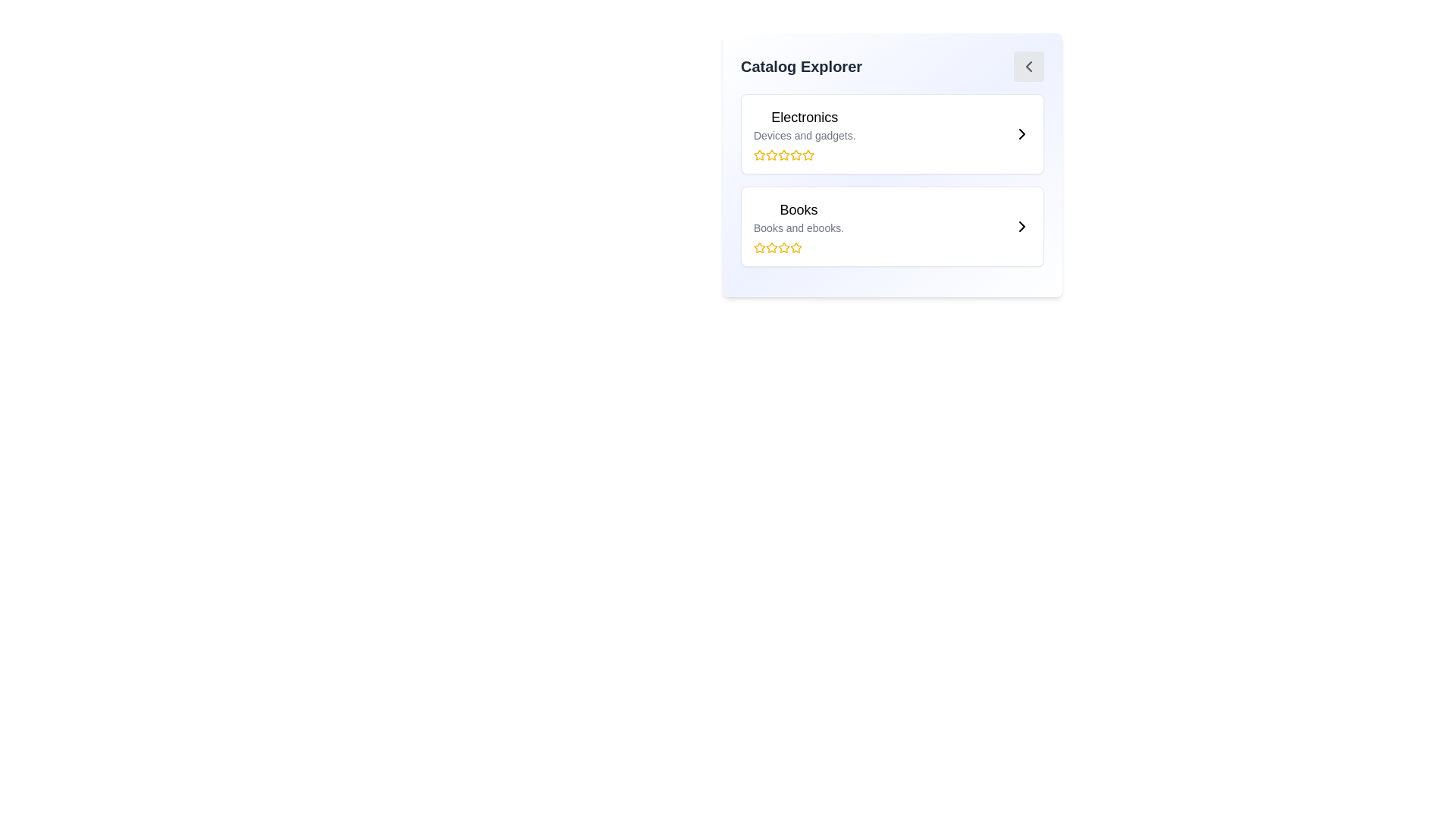 This screenshot has height=819, width=1456. I want to click on the fourth star-shaped rating icon with a hollow interior and yellow outline under the 'Electronics' category, so click(795, 155).